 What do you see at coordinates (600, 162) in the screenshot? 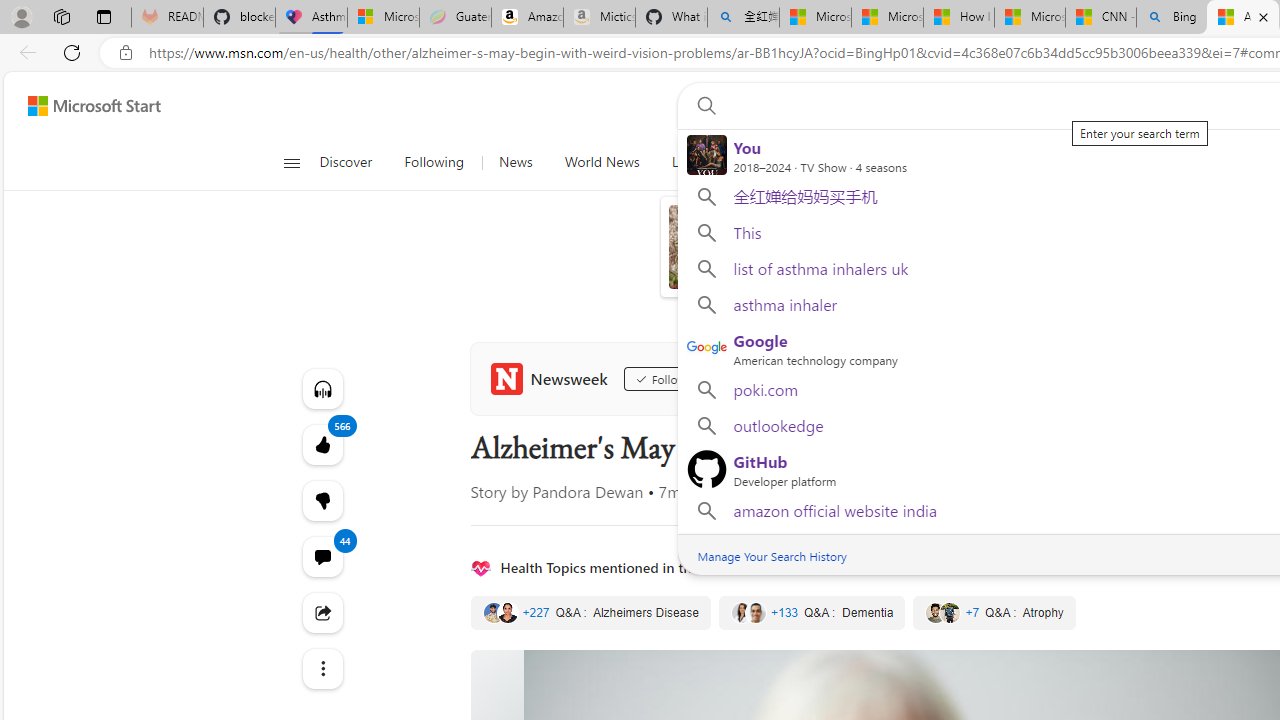
I see `'World News'` at bounding box center [600, 162].